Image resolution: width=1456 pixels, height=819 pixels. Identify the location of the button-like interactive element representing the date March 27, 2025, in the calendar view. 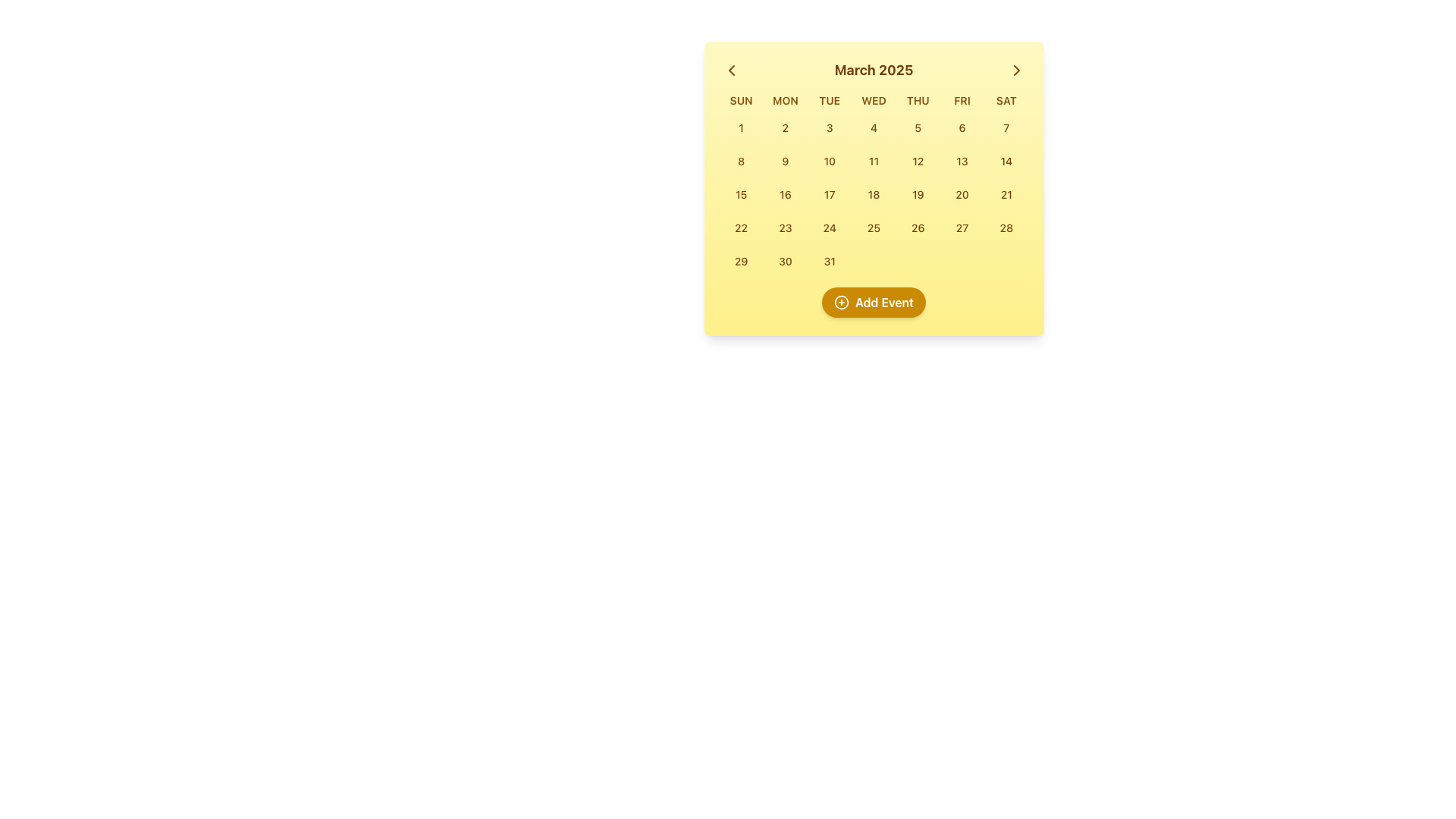
(962, 227).